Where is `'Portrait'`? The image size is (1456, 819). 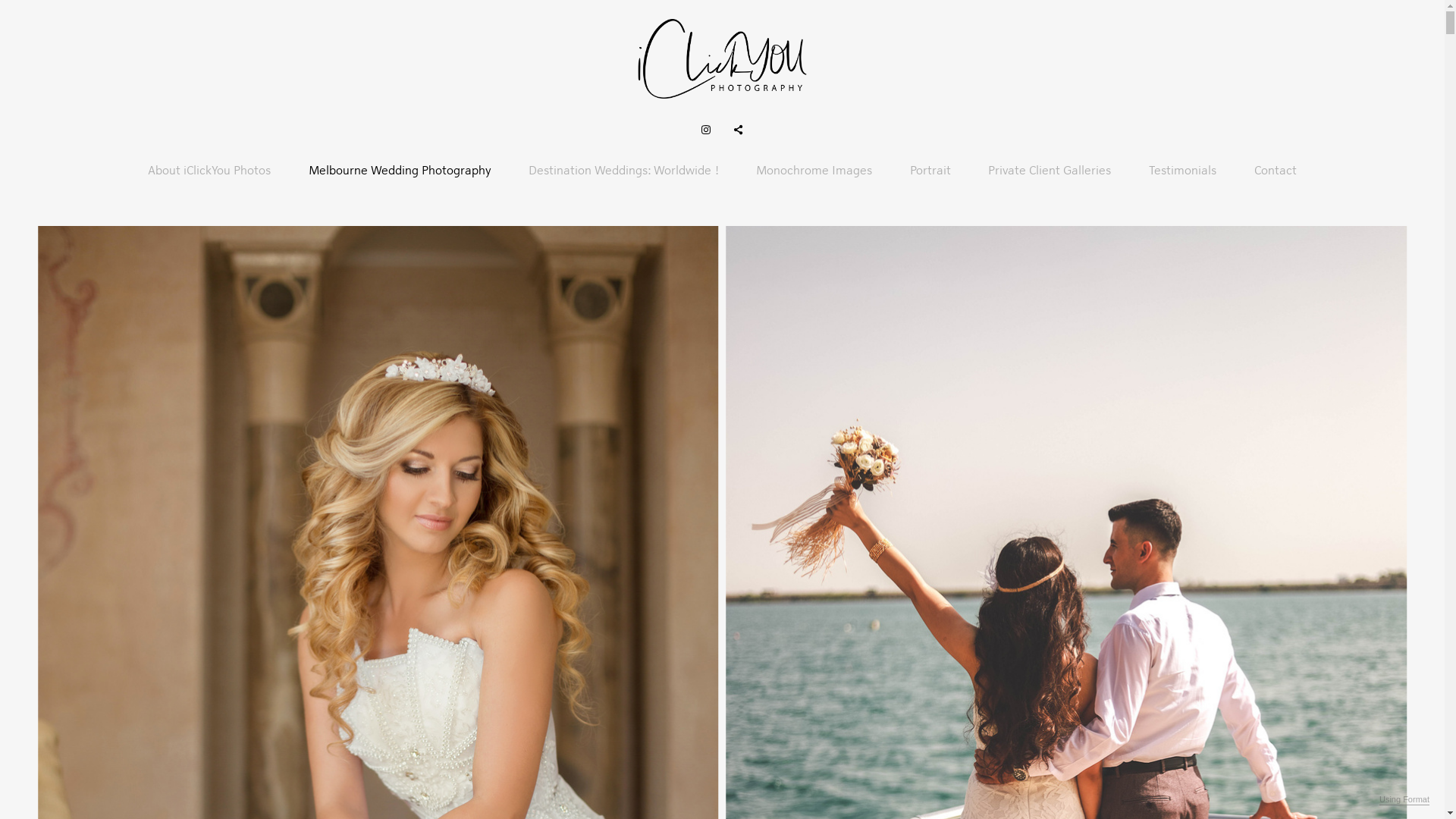
'Portrait' is located at coordinates (930, 171).